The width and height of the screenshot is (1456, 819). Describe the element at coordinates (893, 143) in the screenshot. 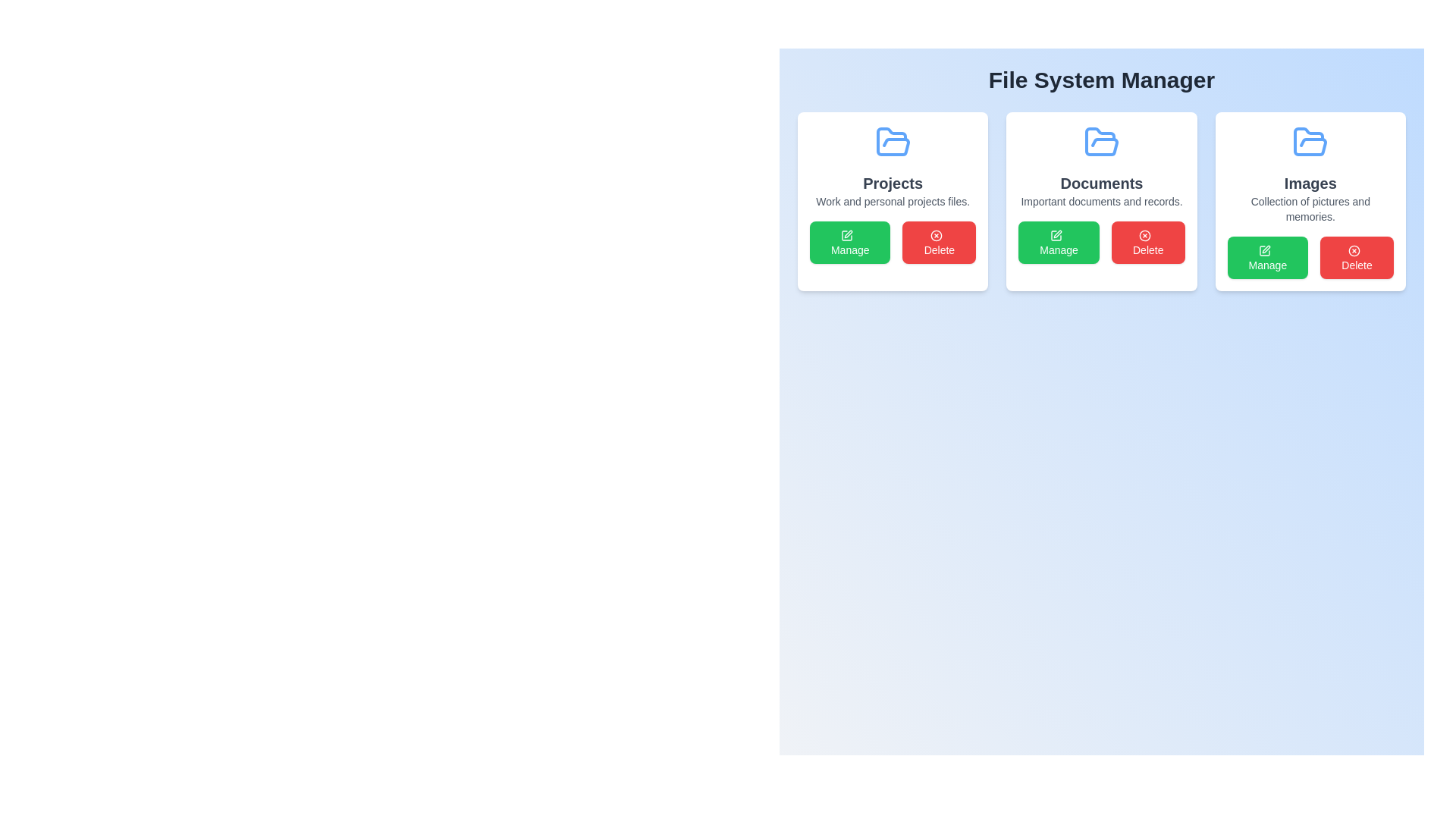

I see `the blue open folder icon located at the top center of the first card labeled 'Projects' in the 'File System Manager' section` at that location.